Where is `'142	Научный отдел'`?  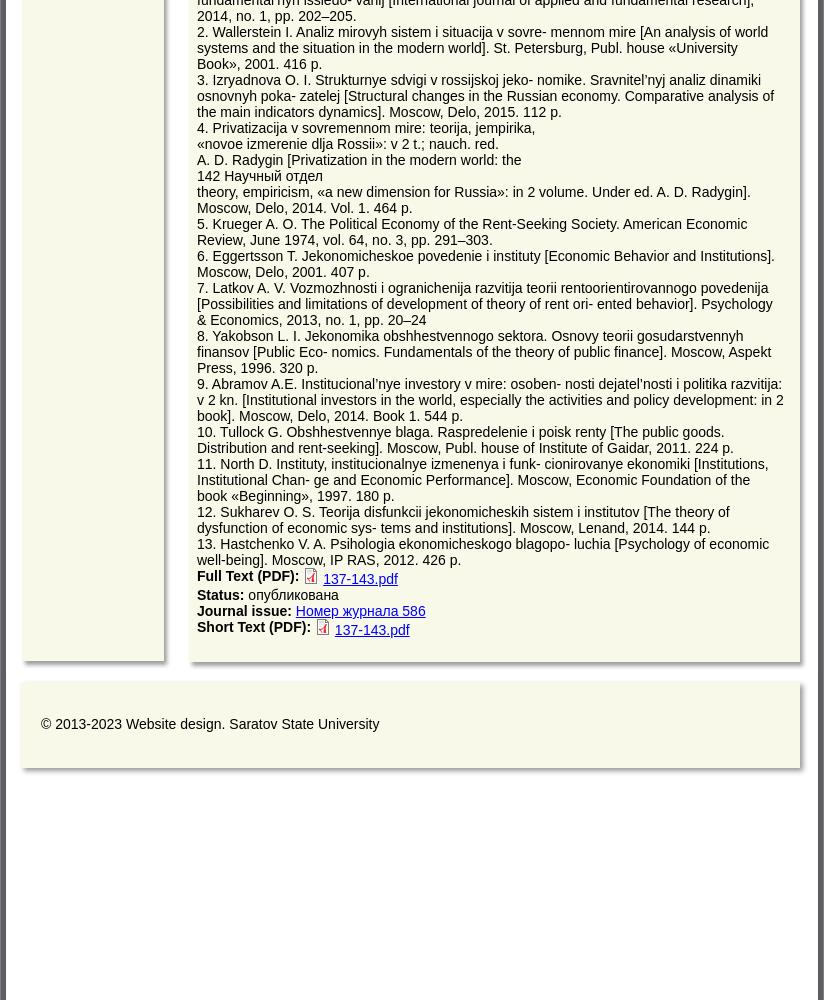
'142	Научный отдел' is located at coordinates (197, 176).